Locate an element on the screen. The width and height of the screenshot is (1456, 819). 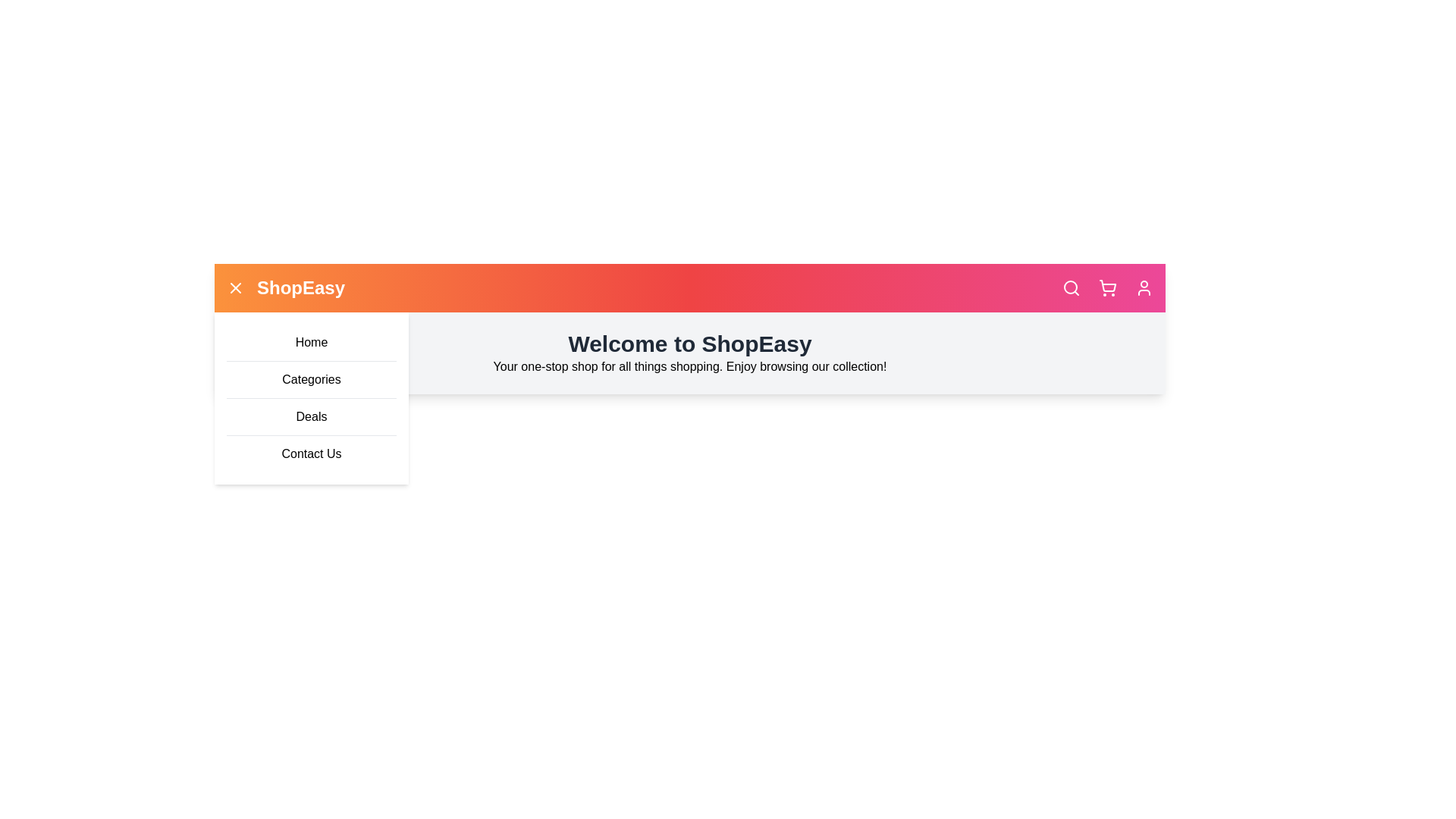
the 'Categories' hyperlink styled as a button located in the vertical menu on the left side of the interface, positioned below the 'Home' button is located at coordinates (311, 378).